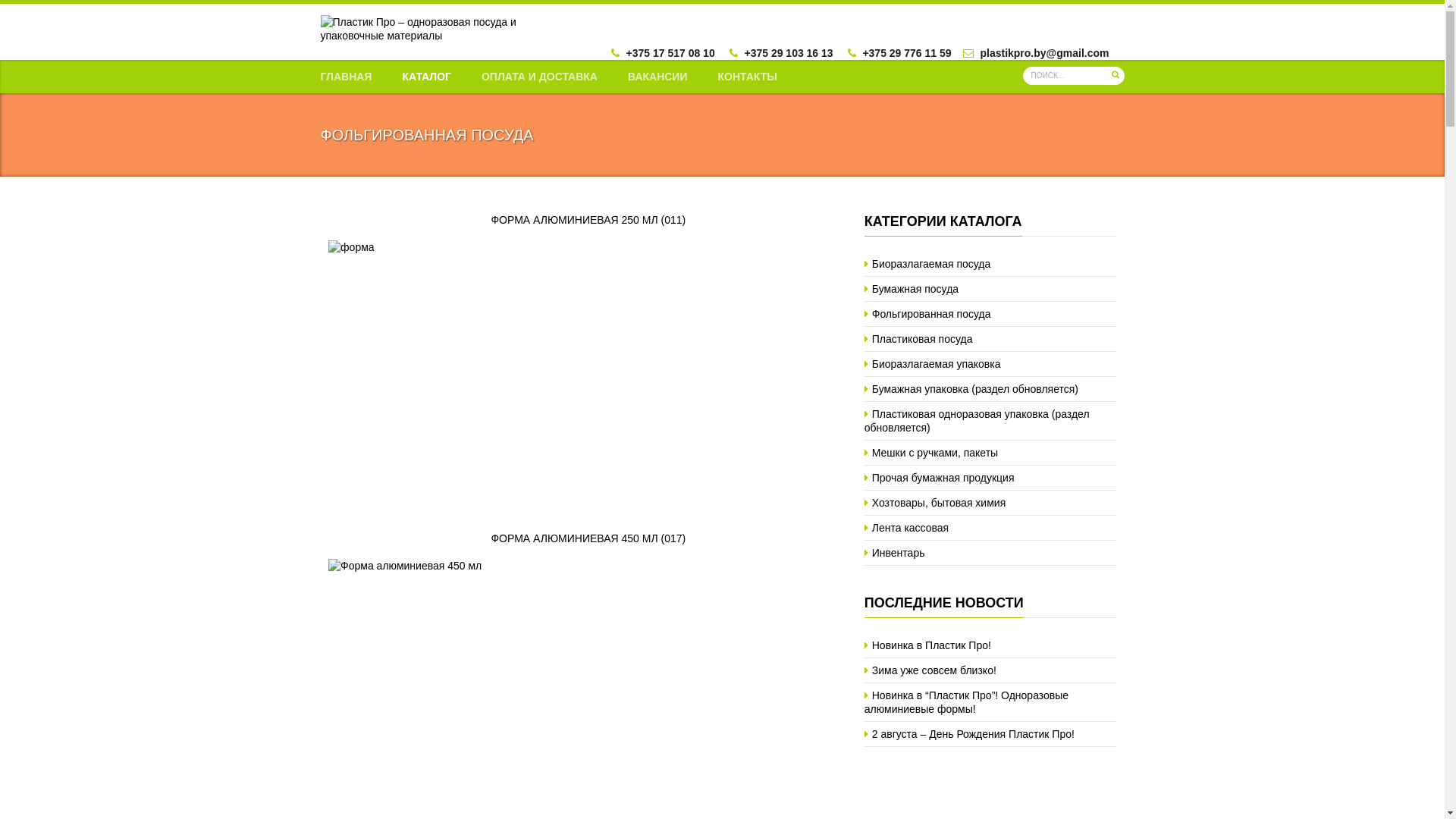 This screenshot has width=1456, height=819. What do you see at coordinates (906, 52) in the screenshot?
I see `'+375 29 776 11 59'` at bounding box center [906, 52].